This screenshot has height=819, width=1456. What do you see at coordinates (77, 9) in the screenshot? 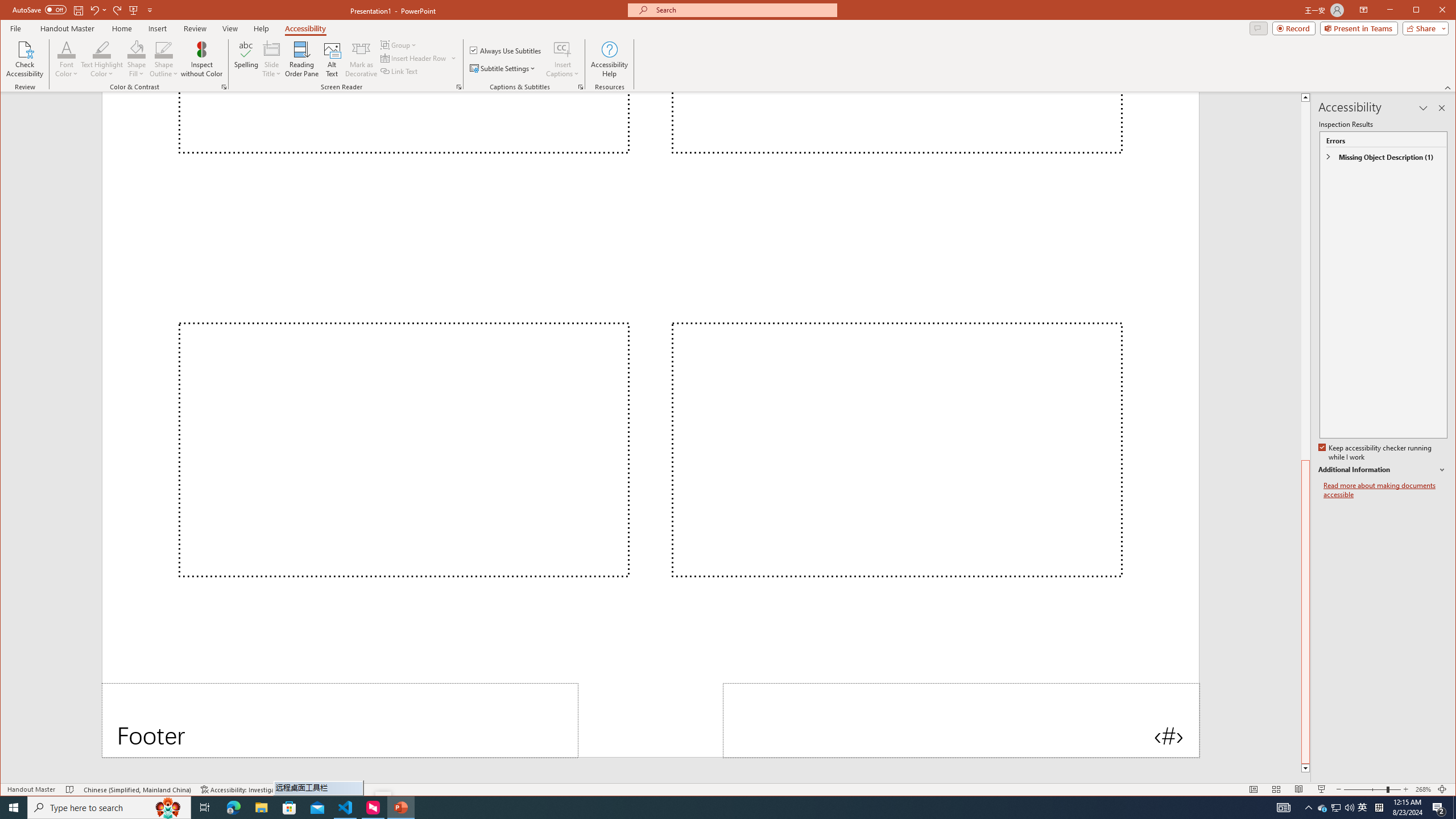
I see `'Save'` at bounding box center [77, 9].